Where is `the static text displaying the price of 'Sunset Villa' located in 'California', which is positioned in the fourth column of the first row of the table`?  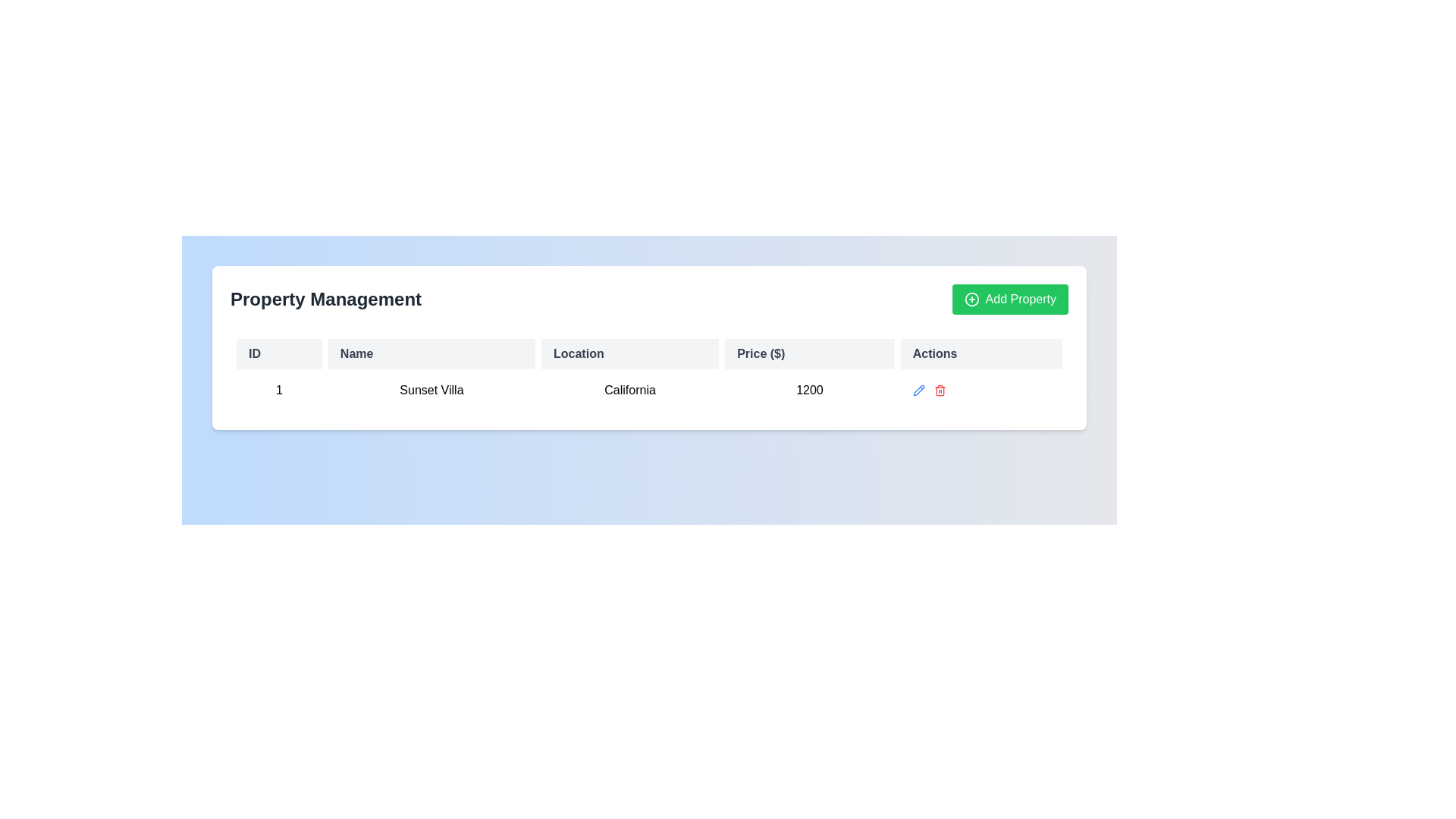 the static text displaying the price of 'Sunset Villa' located in 'California', which is positioned in the fourth column of the first row of the table is located at coordinates (808, 390).